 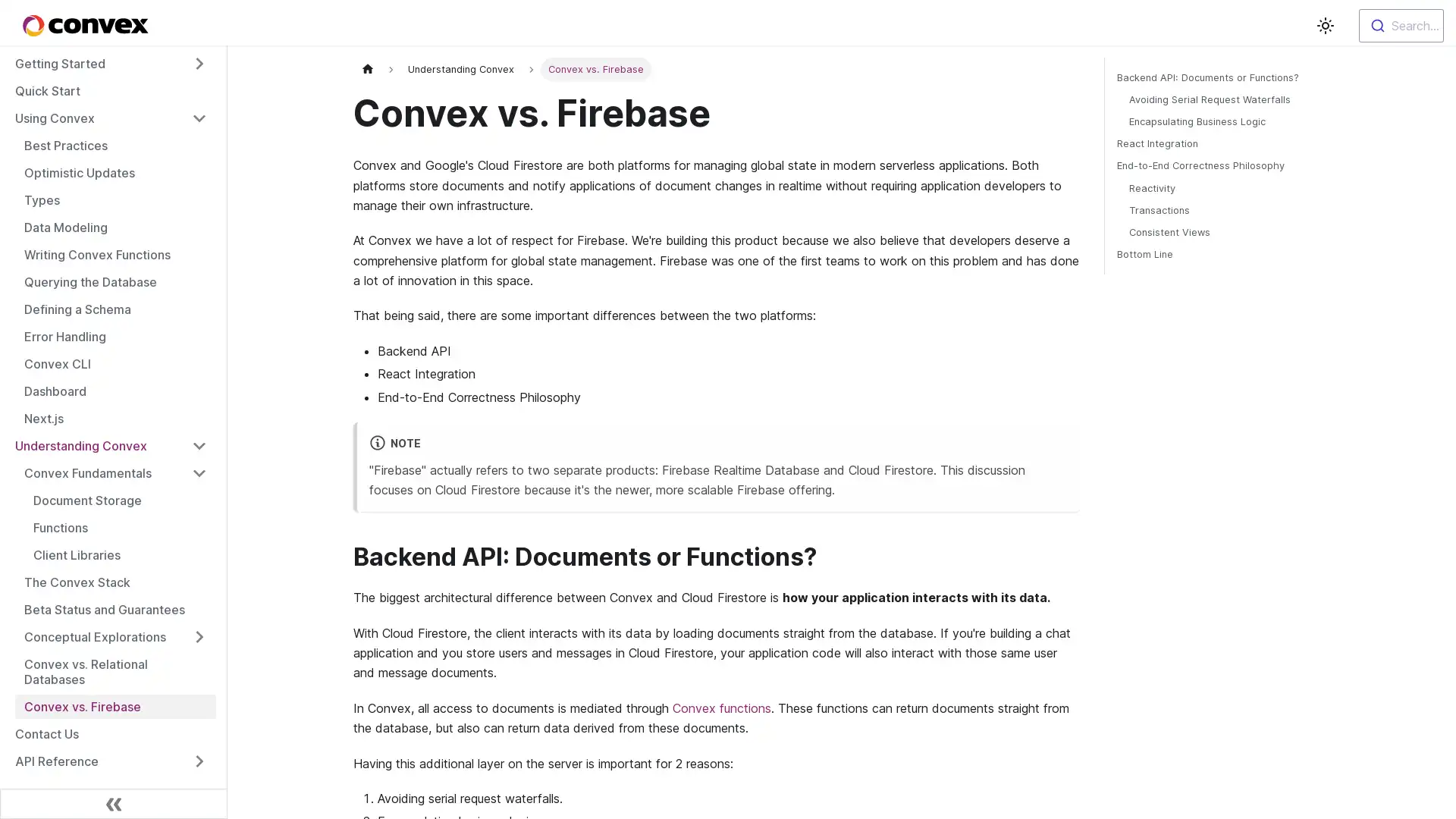 I want to click on Toggle the collapsible sidebar category 'Convex Fundamentals', so click(x=199, y=472).